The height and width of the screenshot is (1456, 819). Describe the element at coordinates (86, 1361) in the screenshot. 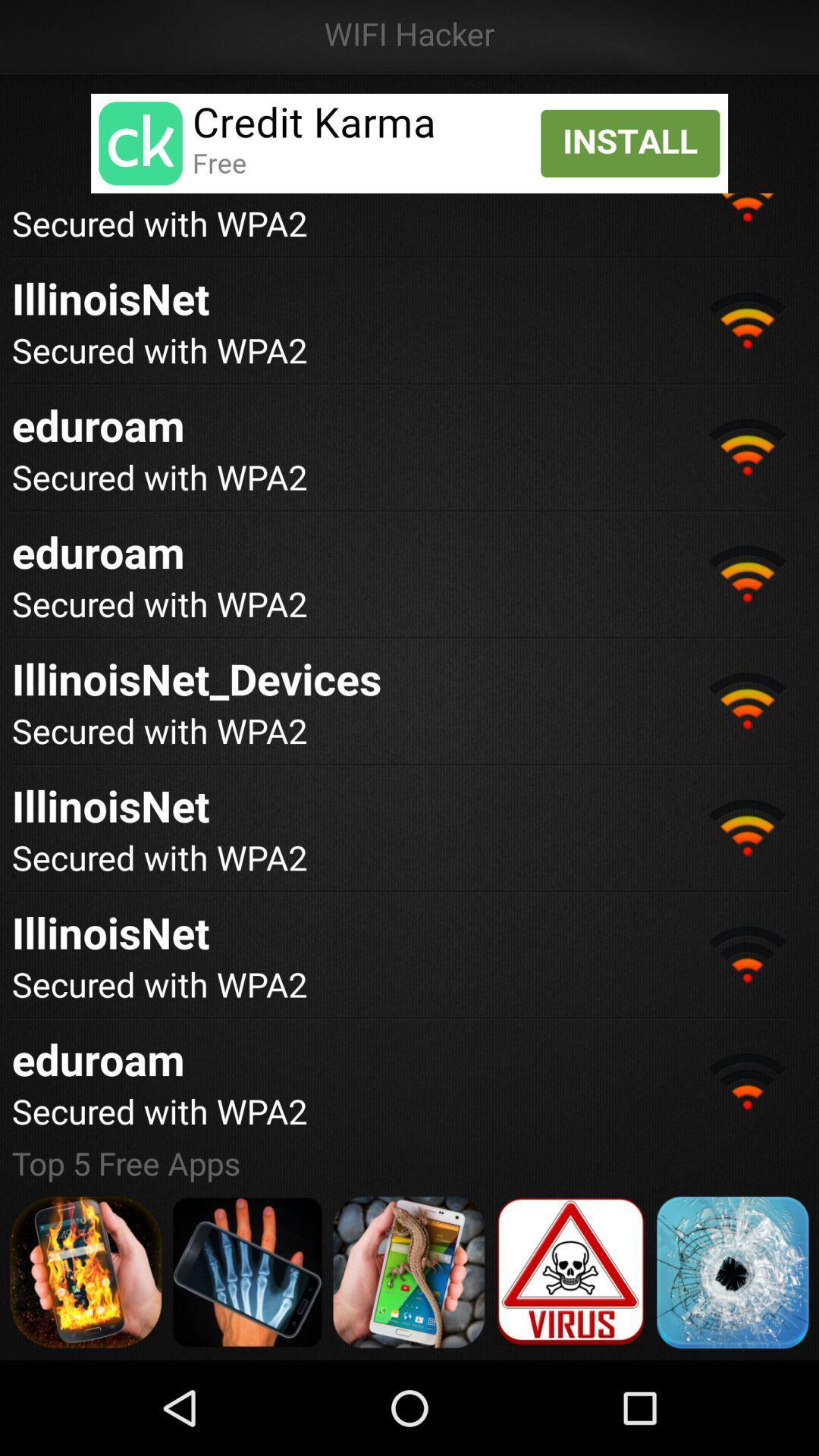

I see `the avatar icon` at that location.